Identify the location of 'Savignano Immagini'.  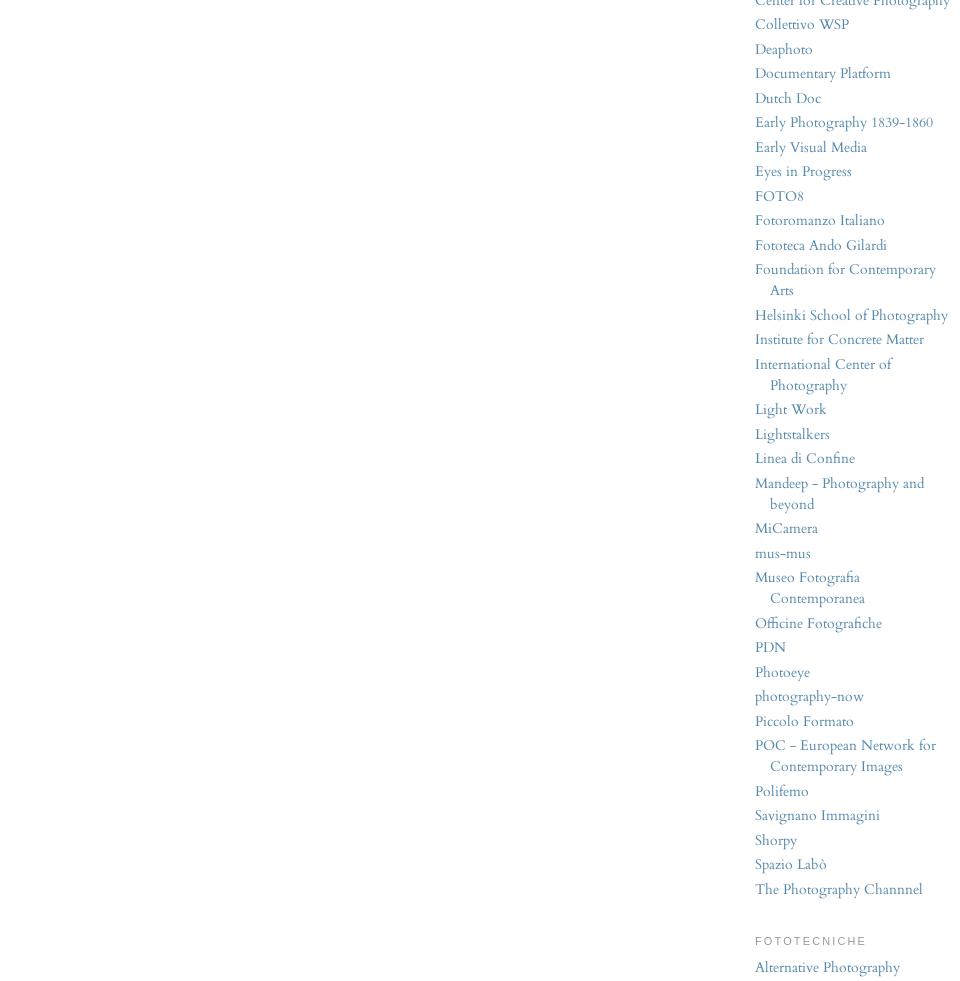
(754, 815).